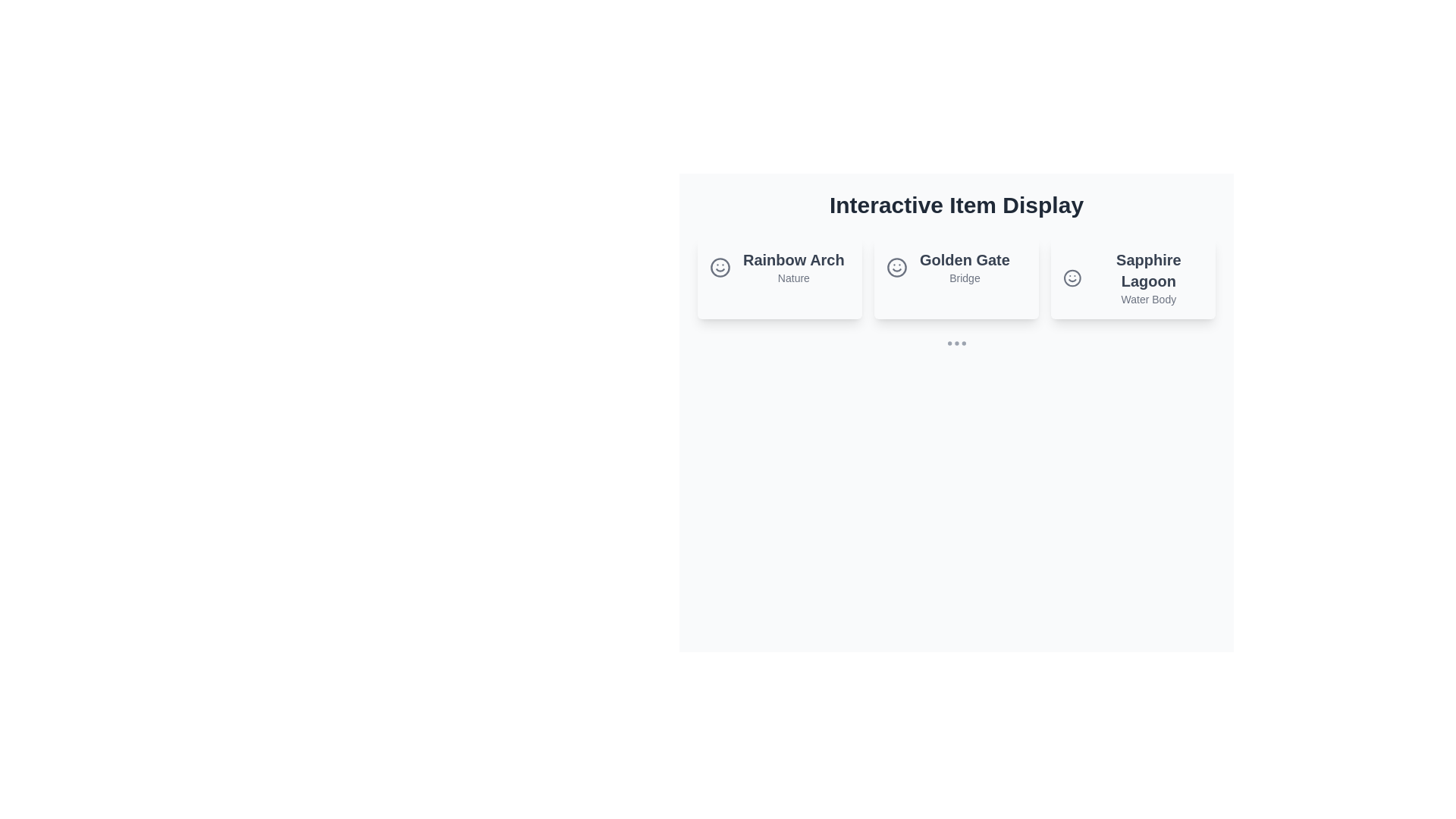  Describe the element at coordinates (964, 259) in the screenshot. I see `the text label displaying 'Golden Gate' in a bold and large font style, which is part of the second card in a row of three cards` at that location.